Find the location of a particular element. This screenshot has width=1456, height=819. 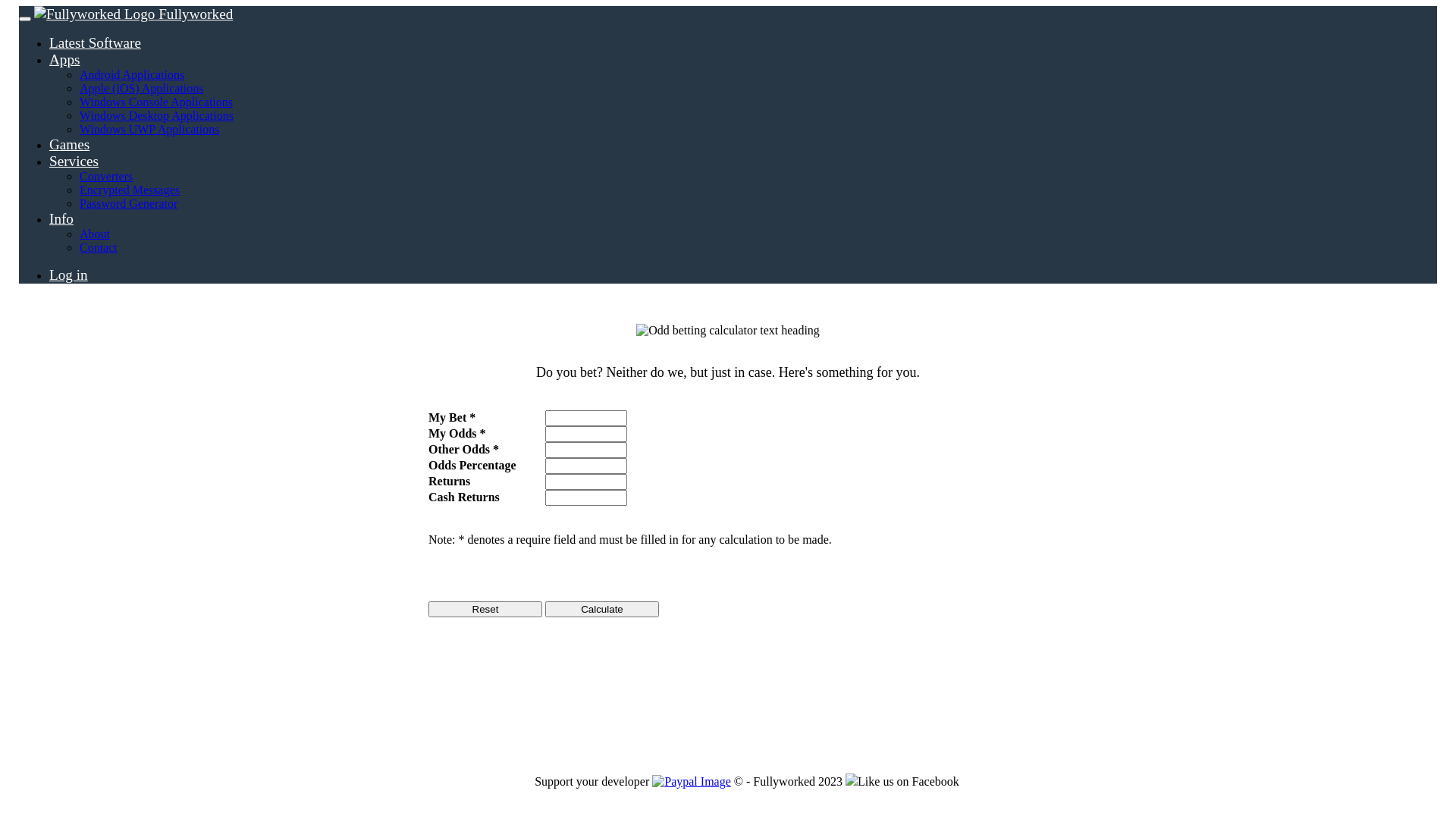

'Apps' is located at coordinates (49, 47).